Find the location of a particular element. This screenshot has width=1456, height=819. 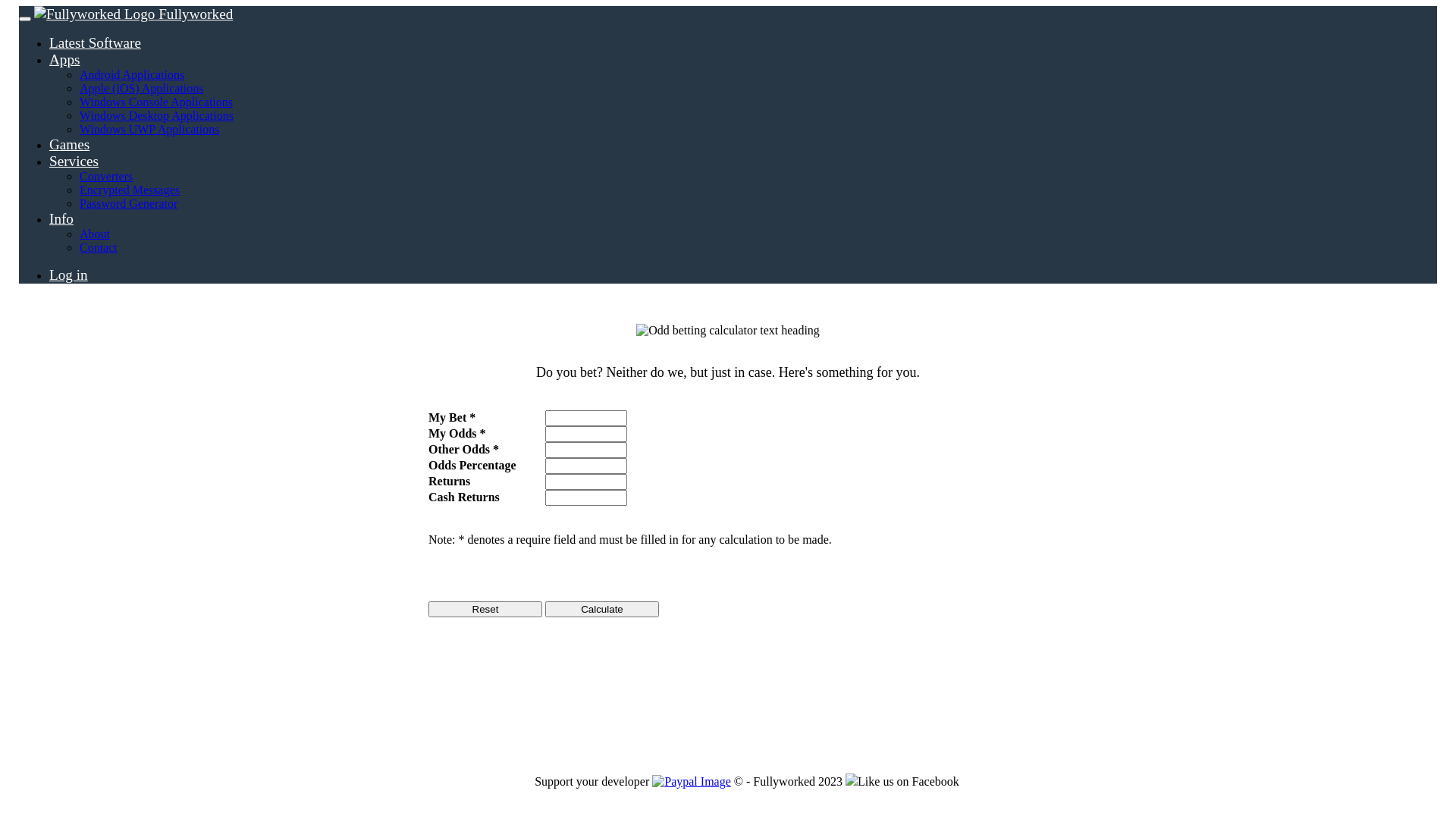

'Apps' is located at coordinates (49, 47).